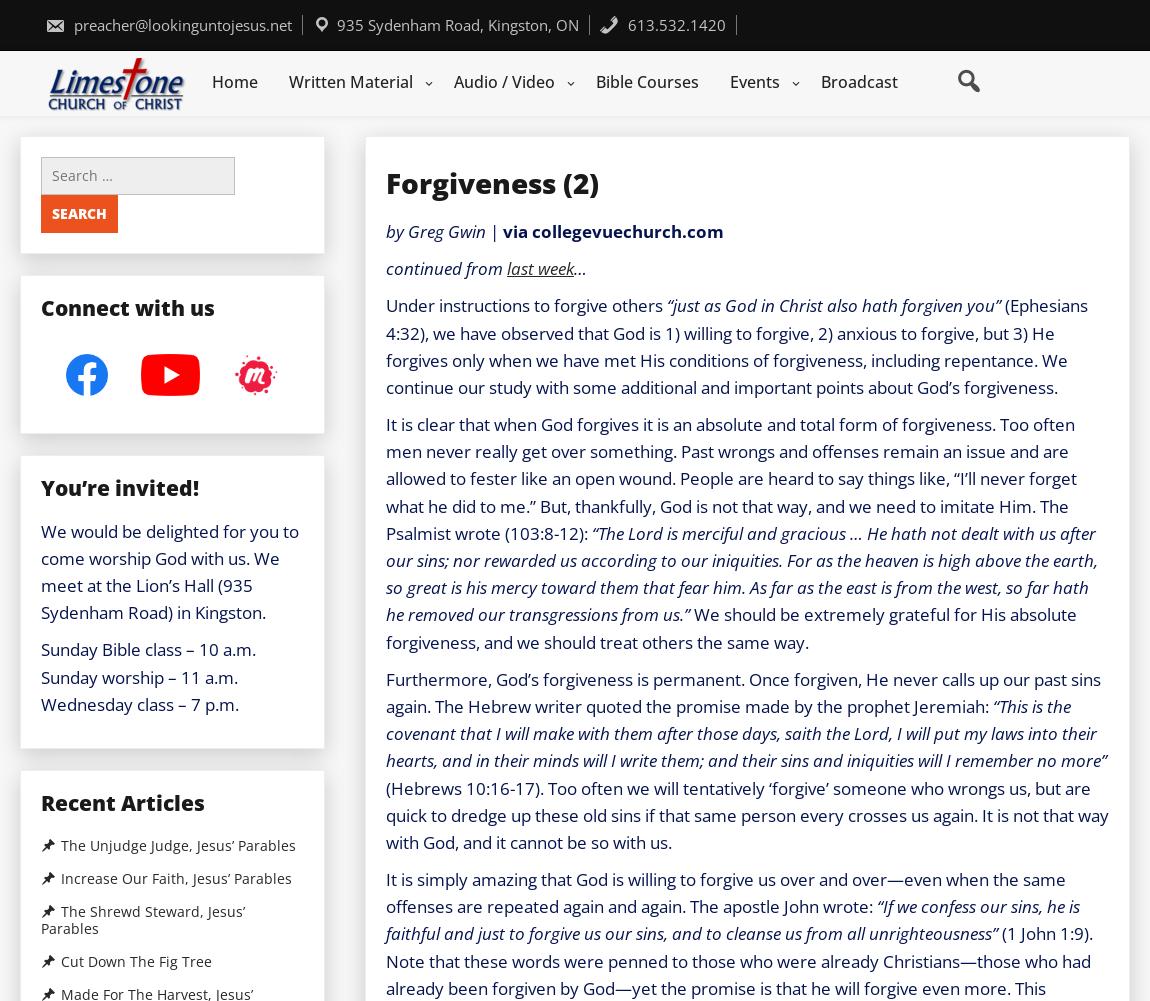  Describe the element at coordinates (446, 267) in the screenshot. I see `'continued from'` at that location.